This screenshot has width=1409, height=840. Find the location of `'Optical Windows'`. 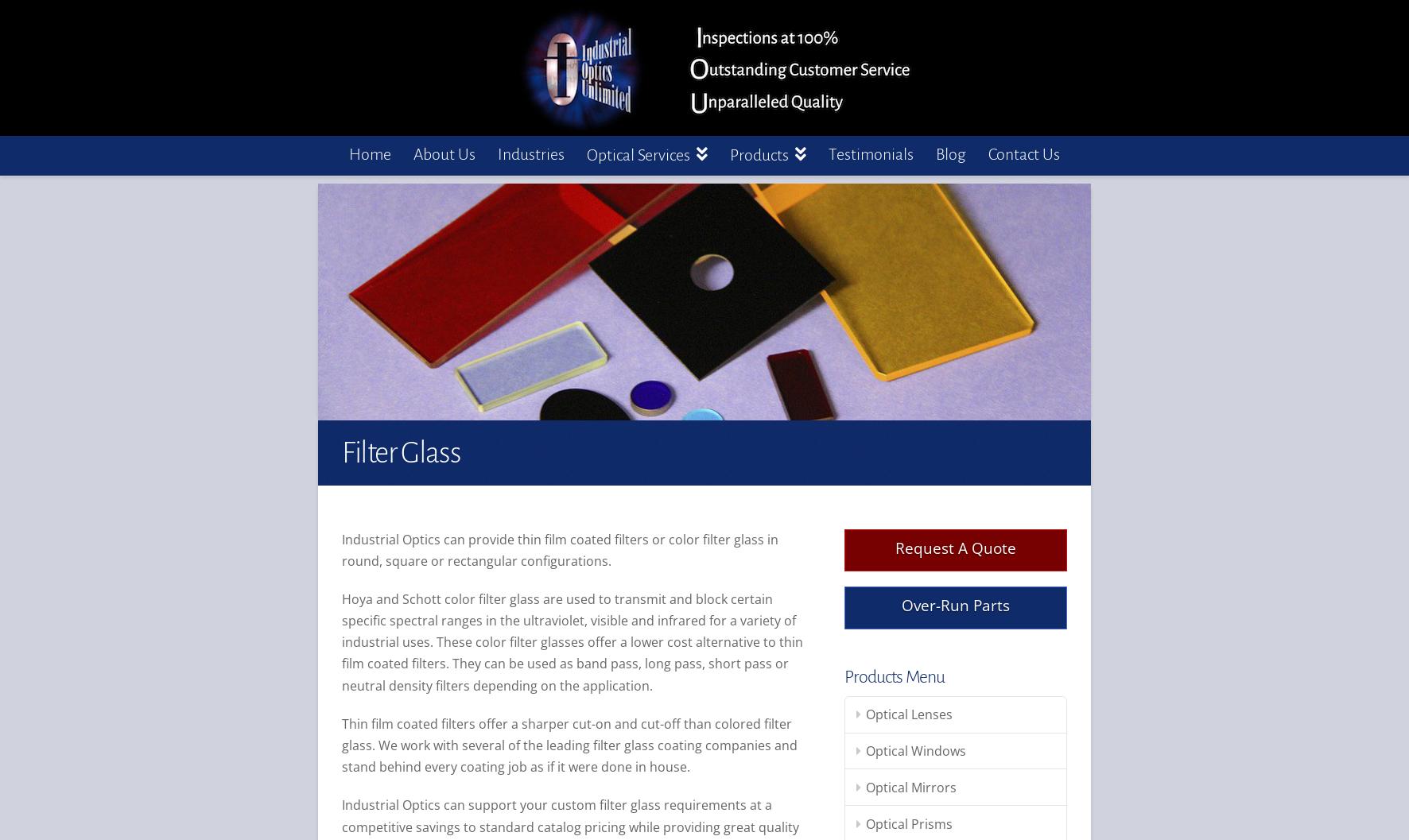

'Optical Windows' is located at coordinates (914, 750).